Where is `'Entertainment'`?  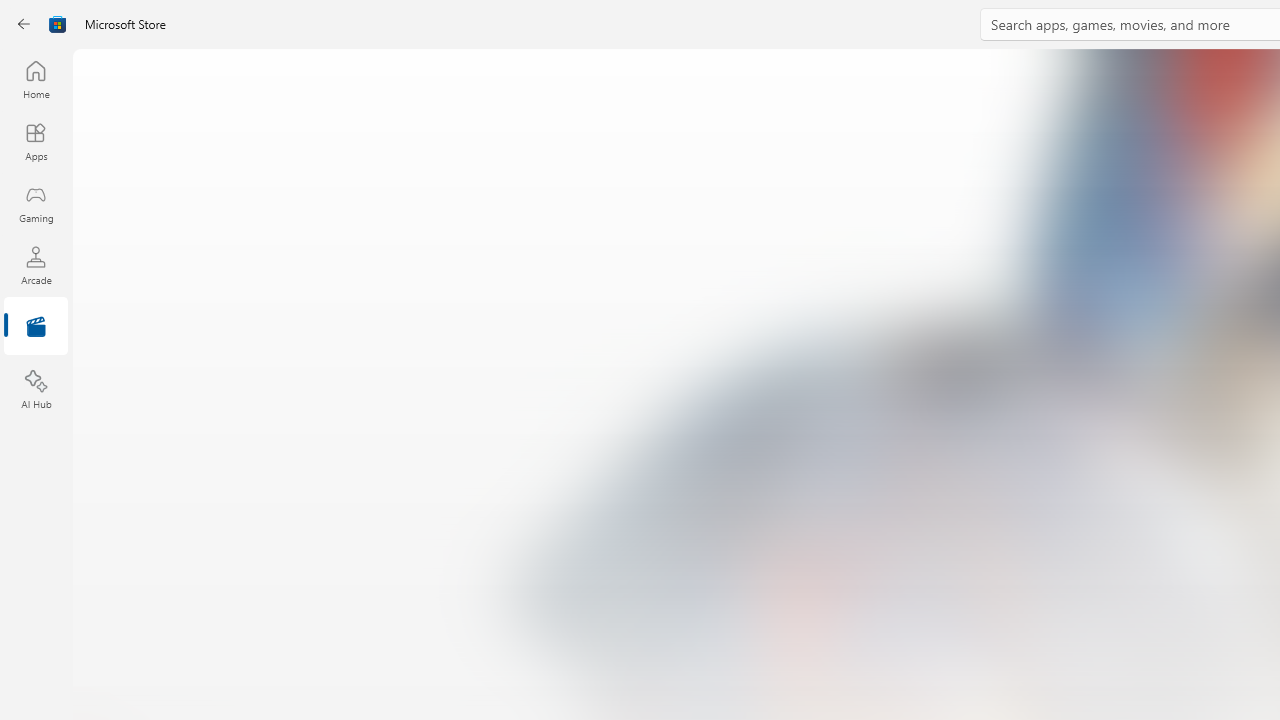 'Entertainment' is located at coordinates (35, 326).